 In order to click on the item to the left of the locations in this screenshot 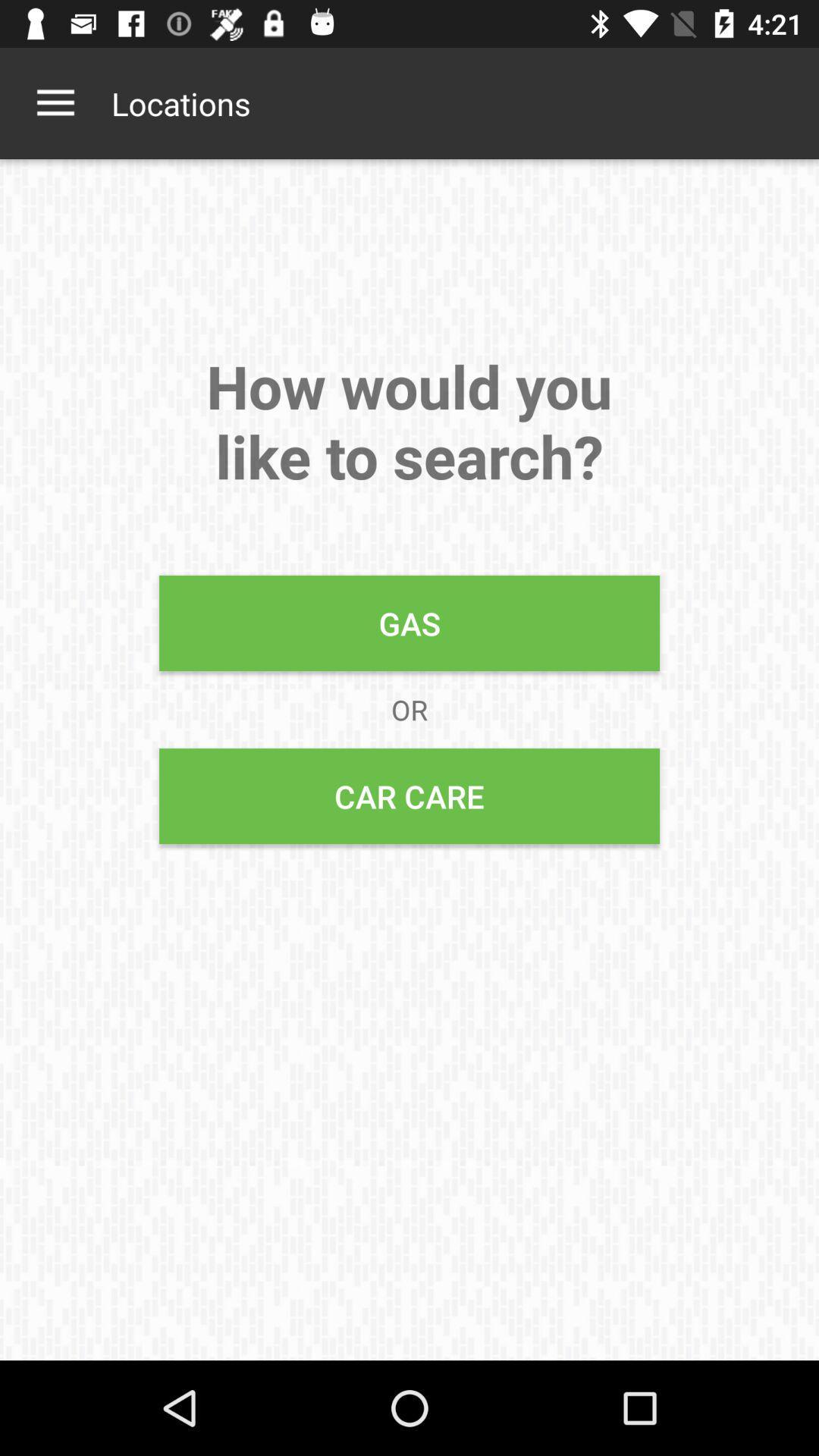, I will do `click(55, 102)`.